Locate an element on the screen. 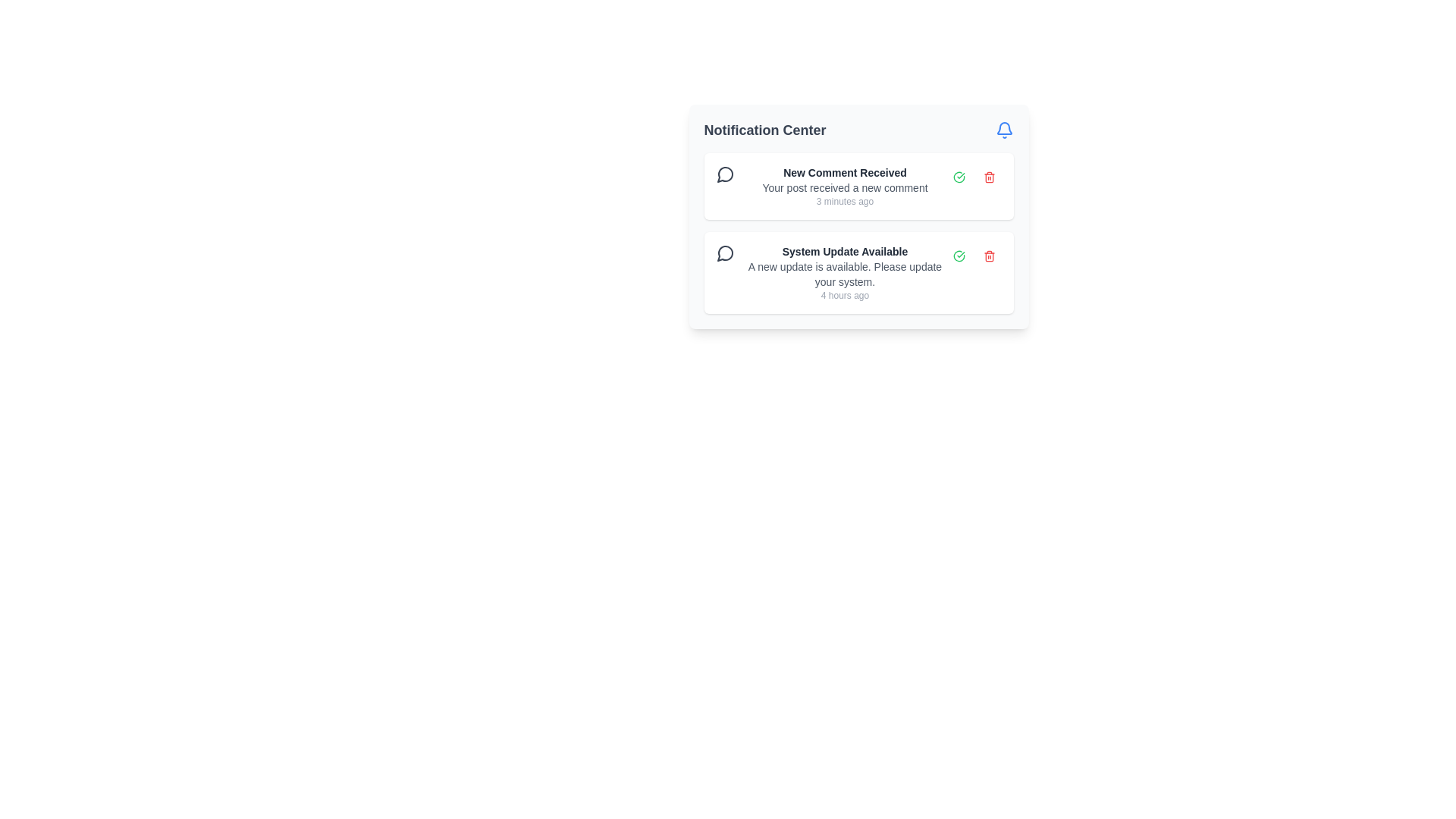  the red trash can button at the right end of the 'System Update Available' notification is located at coordinates (989, 256).